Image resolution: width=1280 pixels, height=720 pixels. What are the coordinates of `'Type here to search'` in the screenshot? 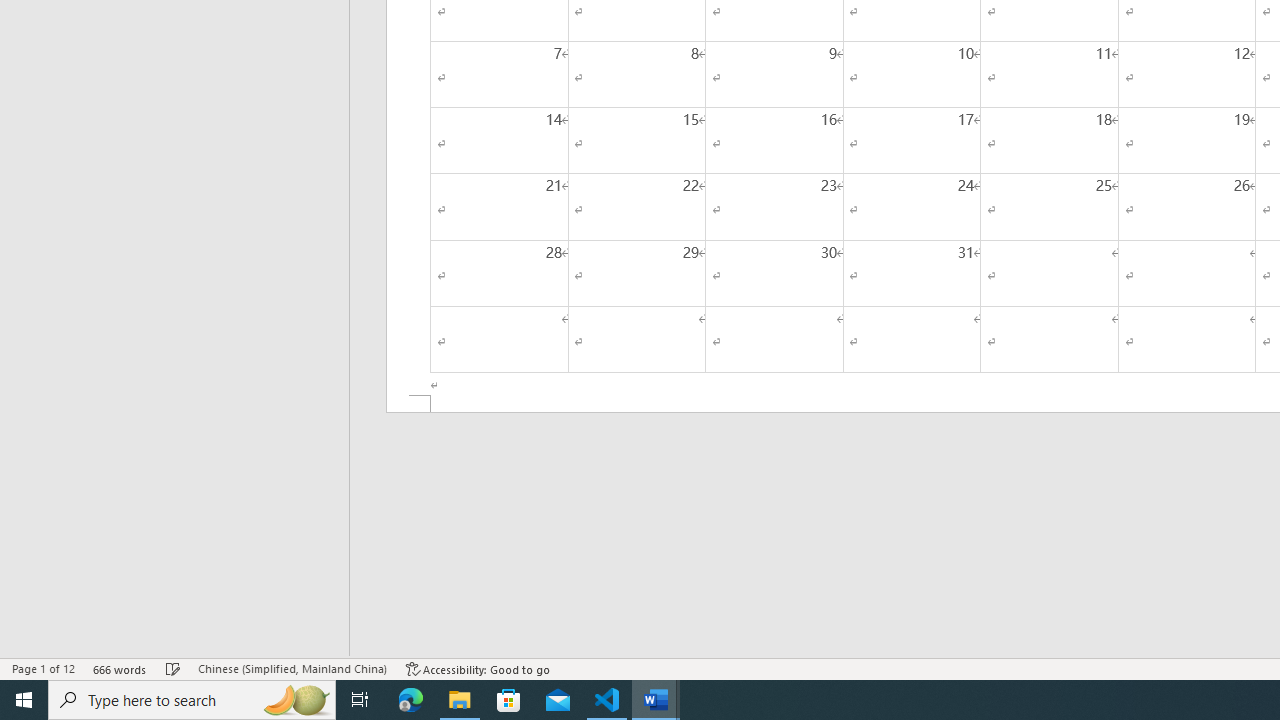 It's located at (192, 698).